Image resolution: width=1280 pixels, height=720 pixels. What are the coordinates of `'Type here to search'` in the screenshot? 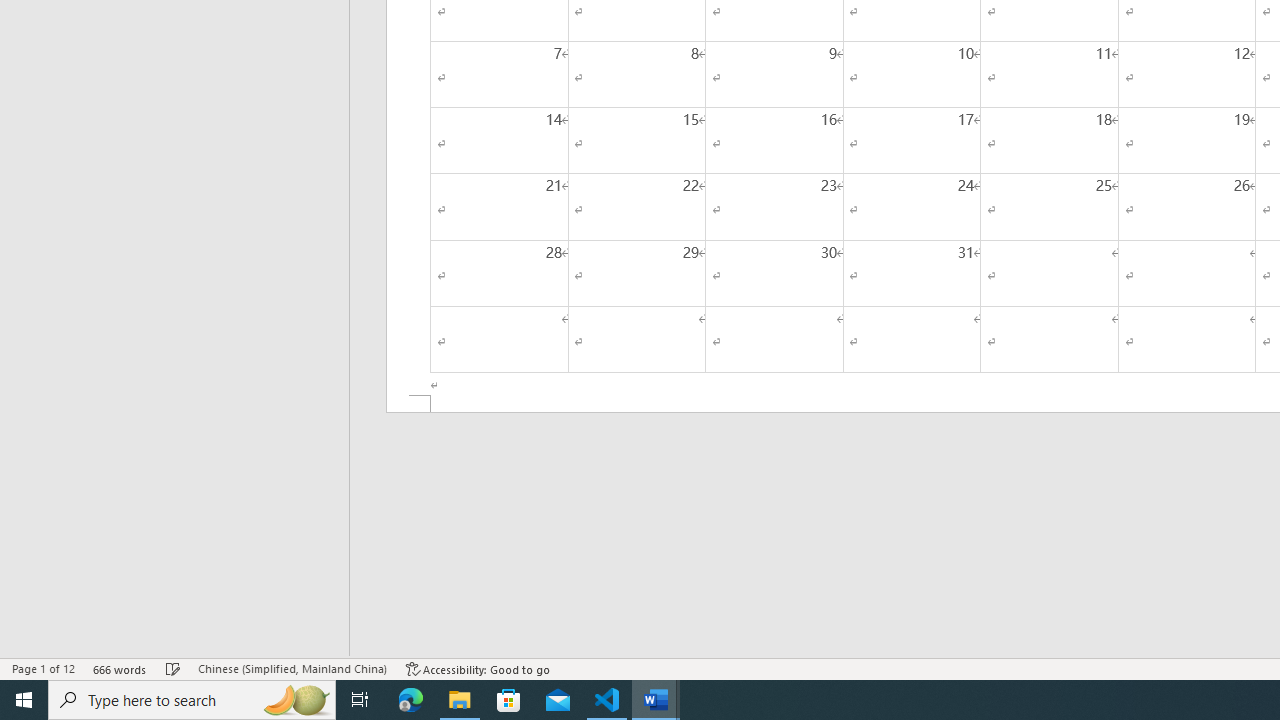 It's located at (192, 698).